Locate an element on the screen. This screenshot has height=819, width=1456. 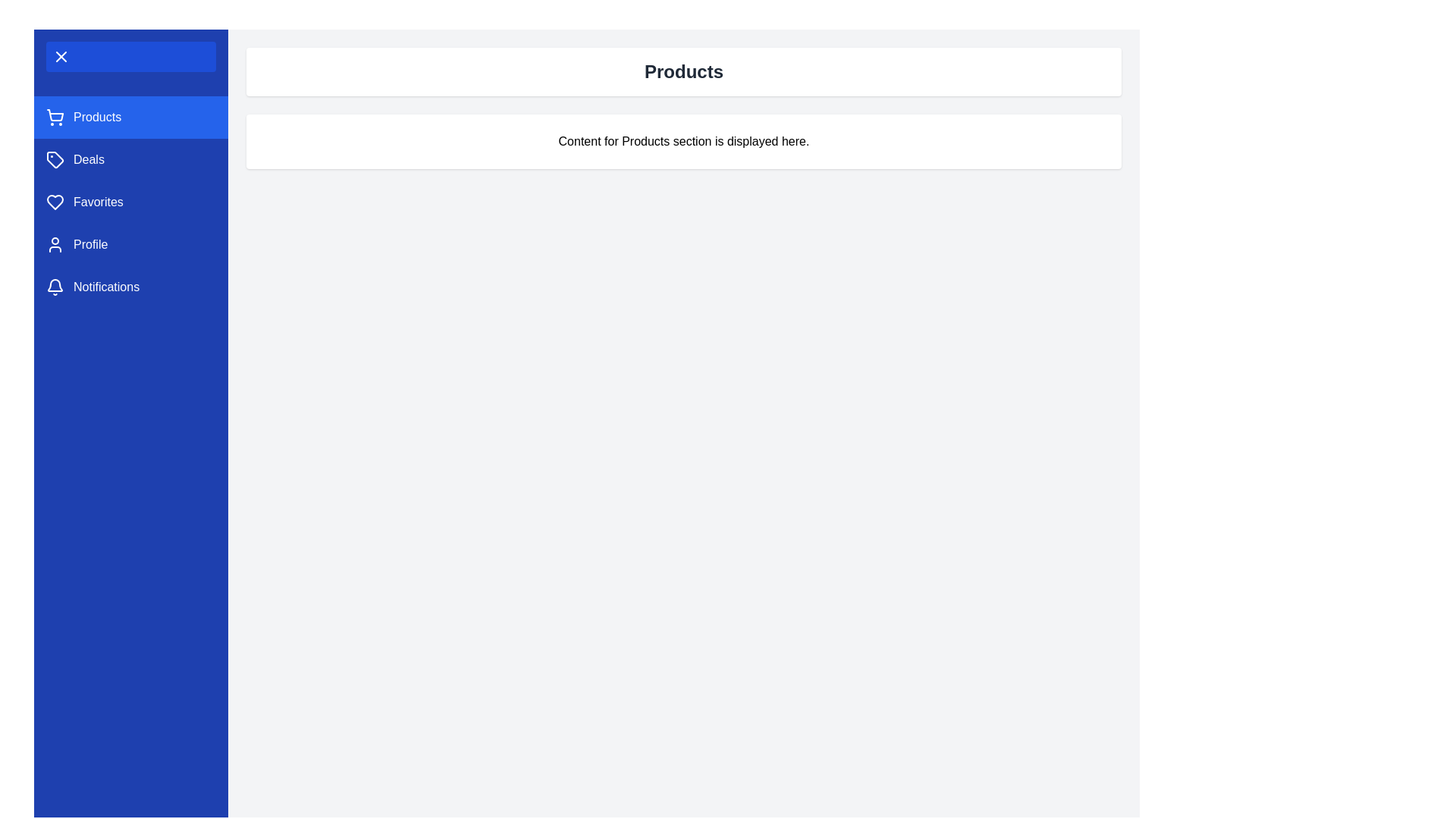
the 'Deals' icon located in the left navigation menu, positioned below 'Products' and above 'Favorites' is located at coordinates (55, 160).